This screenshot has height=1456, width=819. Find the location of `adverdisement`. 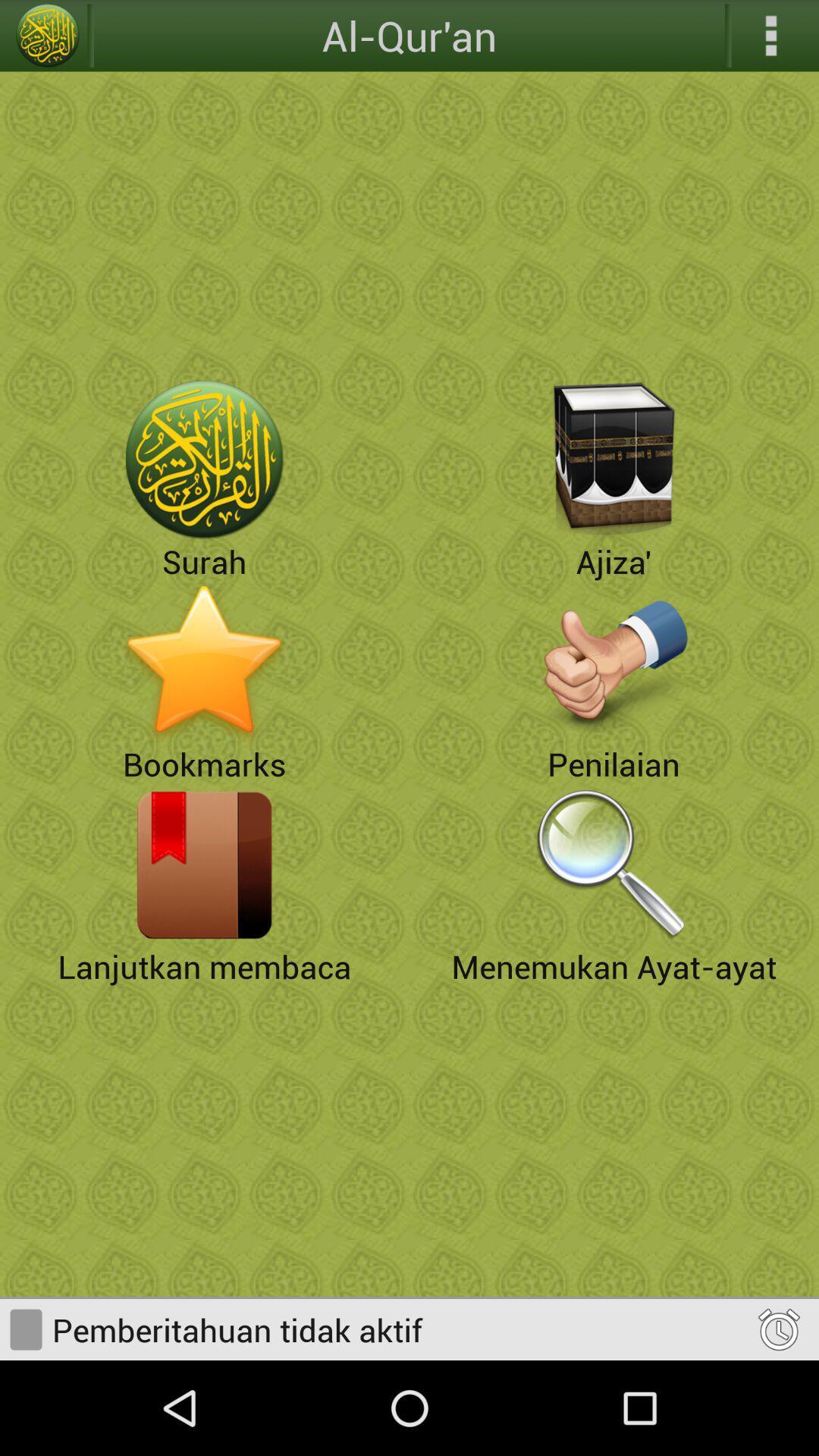

adverdisement is located at coordinates (614, 662).